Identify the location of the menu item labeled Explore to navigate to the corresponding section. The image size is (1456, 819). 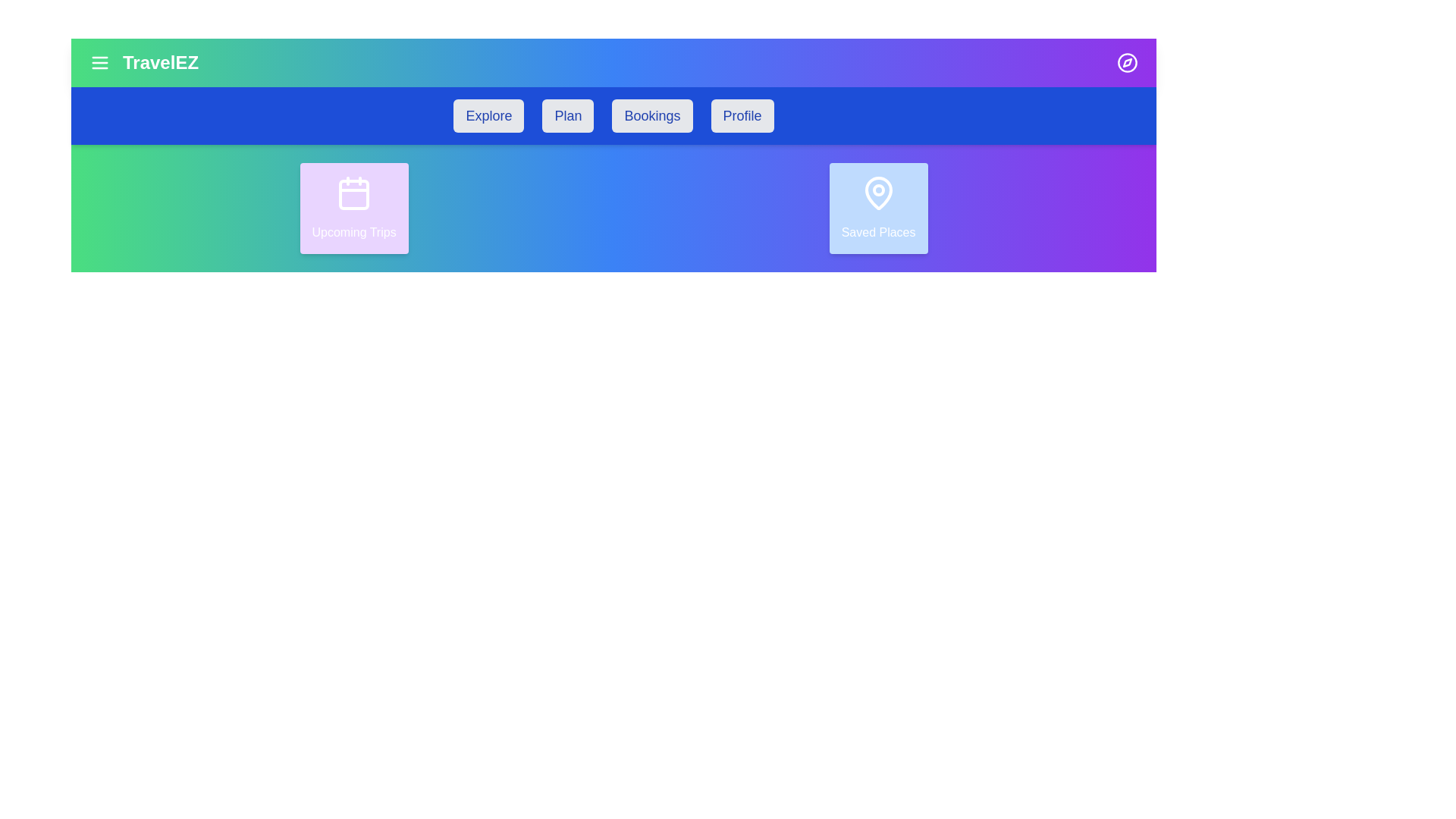
(488, 115).